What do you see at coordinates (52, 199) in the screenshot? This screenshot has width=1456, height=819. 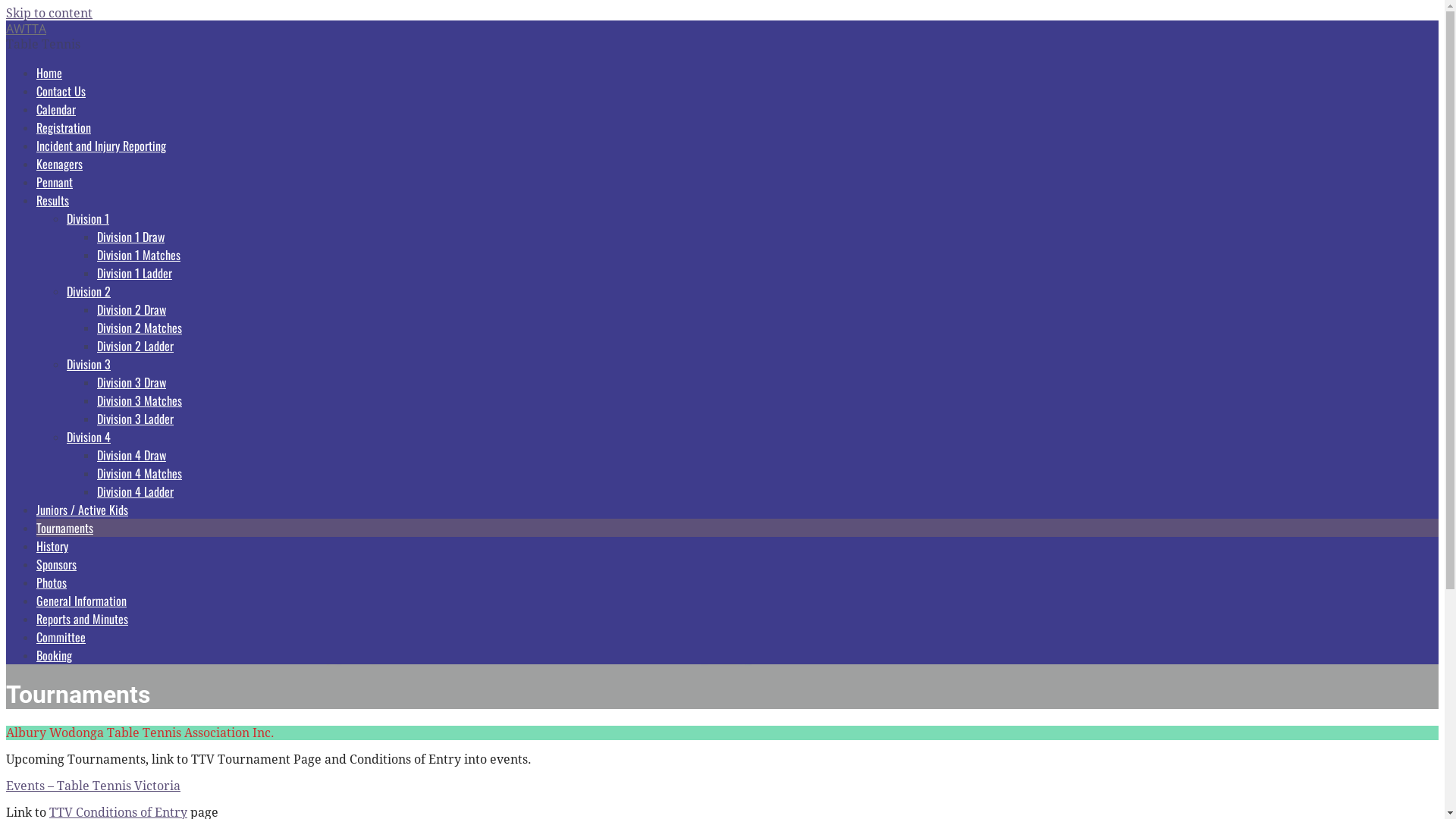 I see `'Results'` at bounding box center [52, 199].